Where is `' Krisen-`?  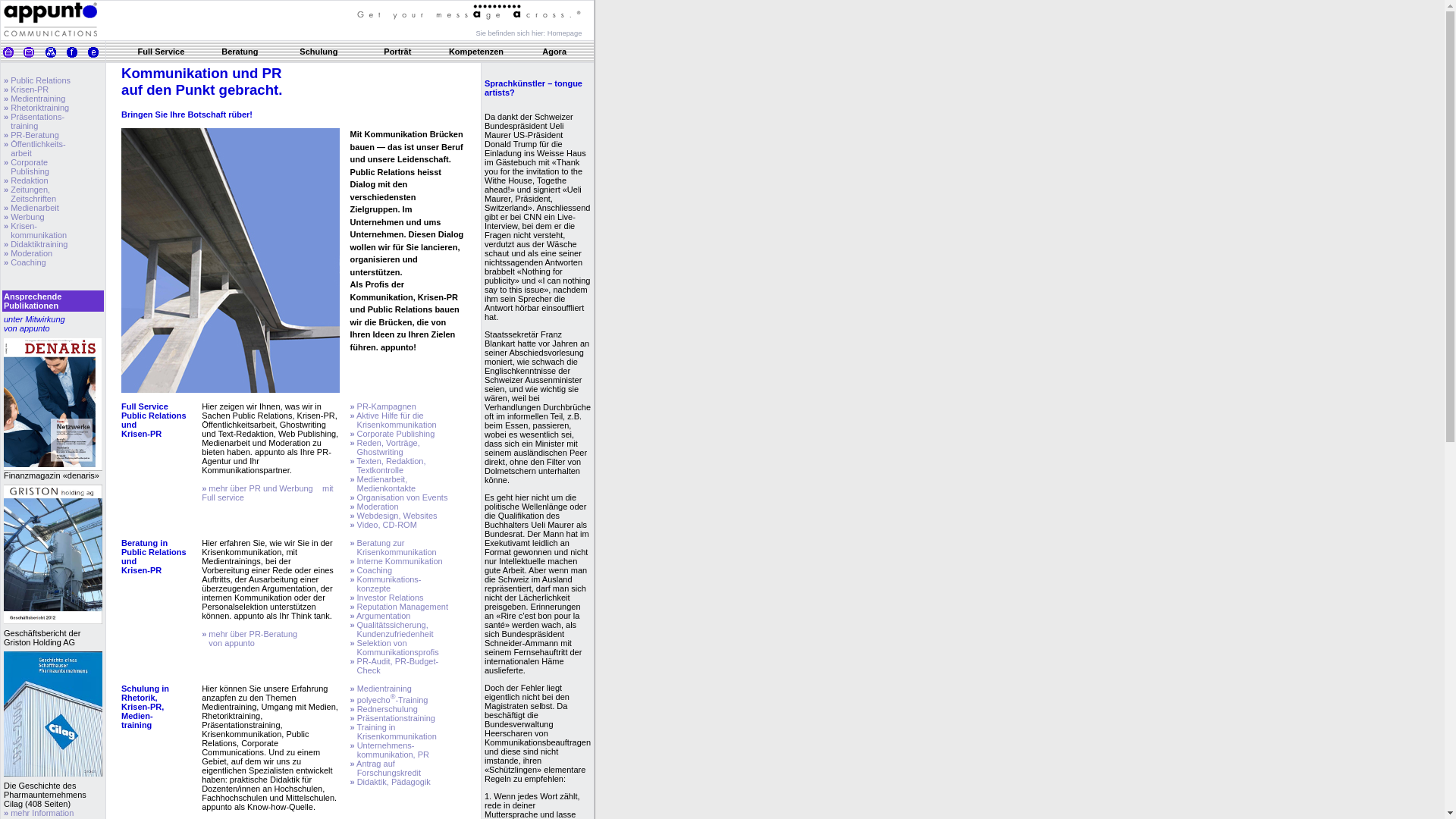
' Krisen- is located at coordinates (35, 231).